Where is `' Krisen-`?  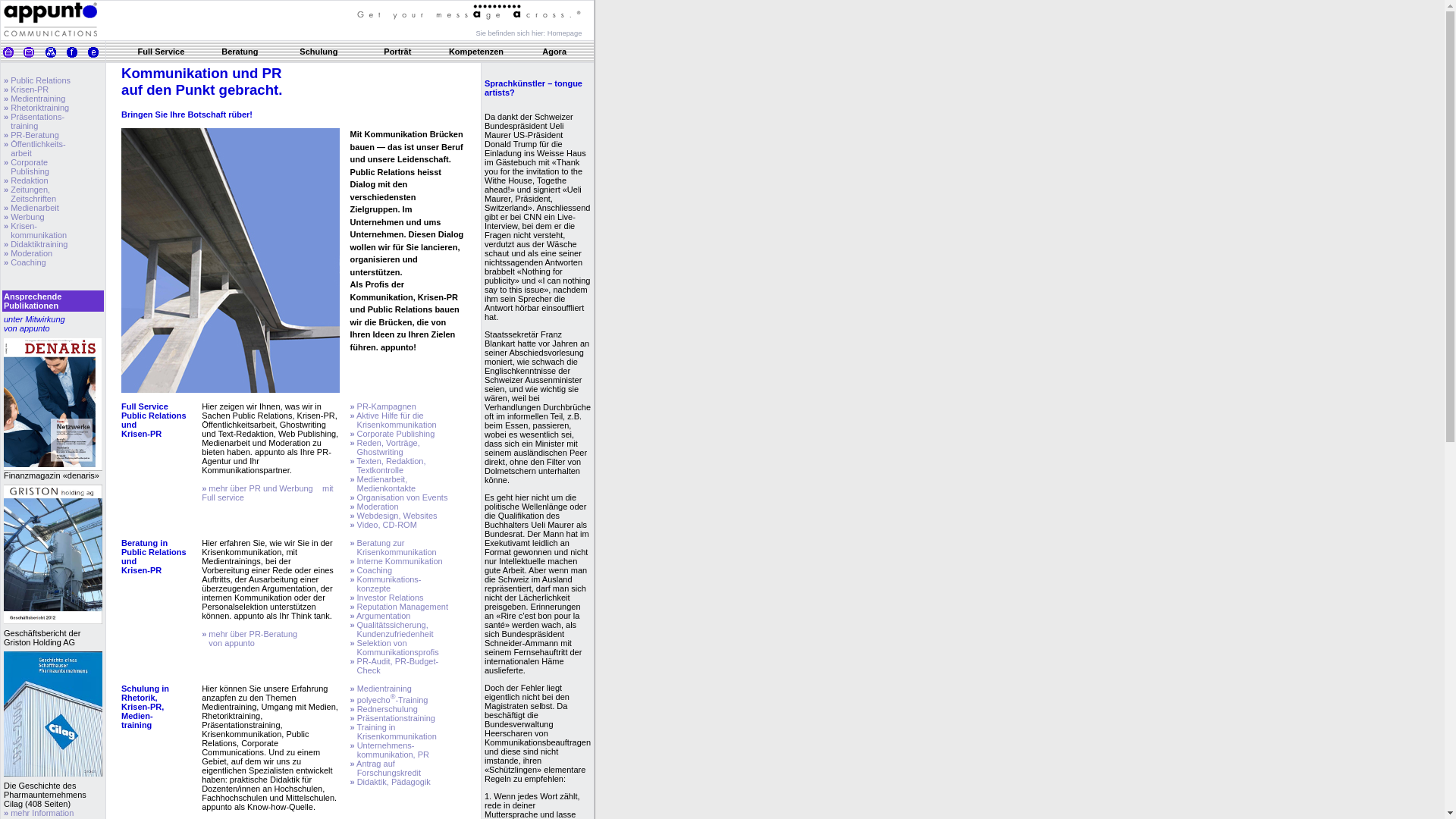
' Krisen- is located at coordinates (35, 231).